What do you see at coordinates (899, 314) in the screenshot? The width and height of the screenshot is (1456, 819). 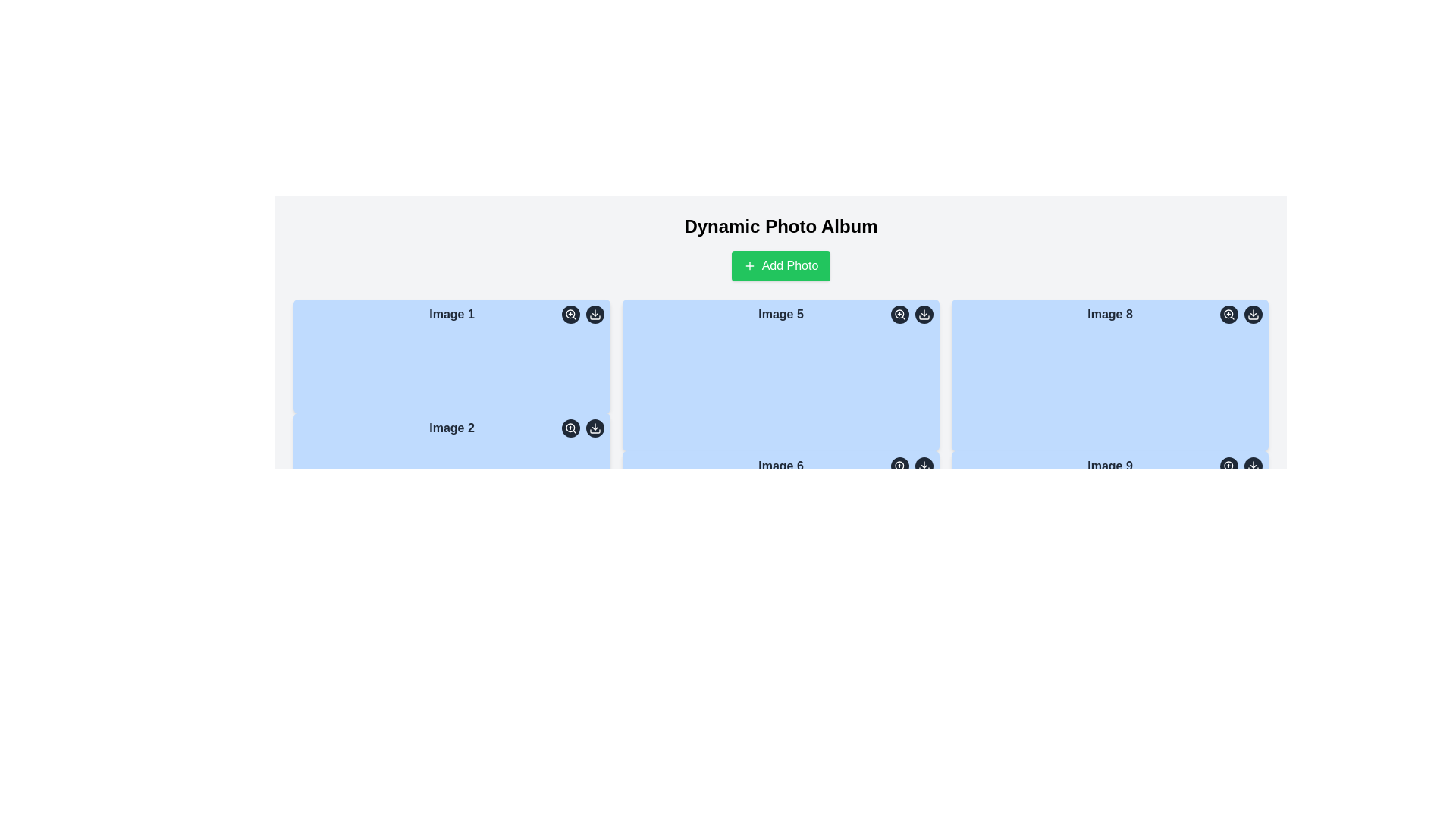 I see `the circular button with a magnifying glass icon located at the top-right corner of the 'Image 5' card` at bounding box center [899, 314].